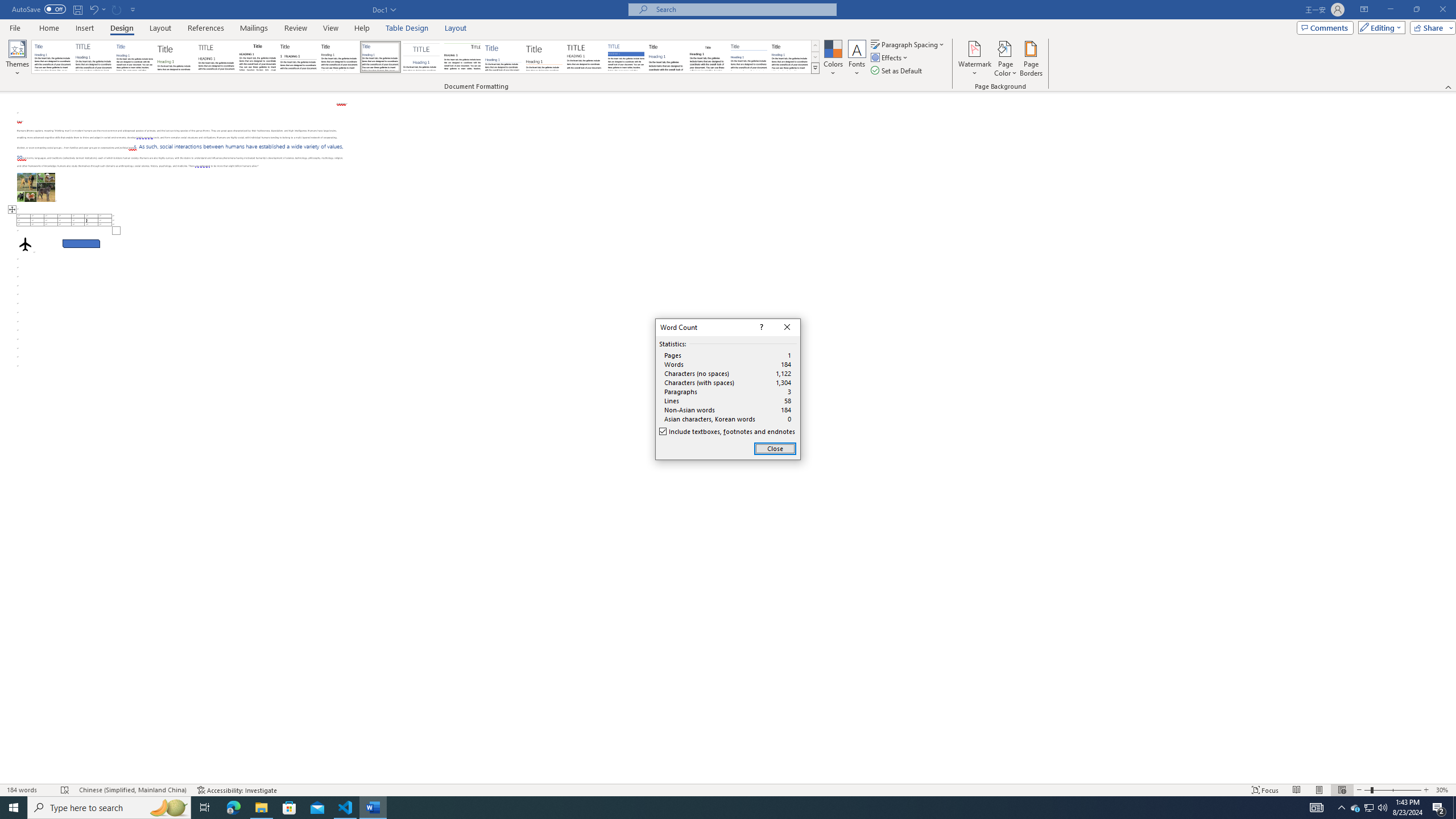 This screenshot has width=1456, height=819. Describe the element at coordinates (816, 68) in the screenshot. I see `'Class: NetUIImage'` at that location.